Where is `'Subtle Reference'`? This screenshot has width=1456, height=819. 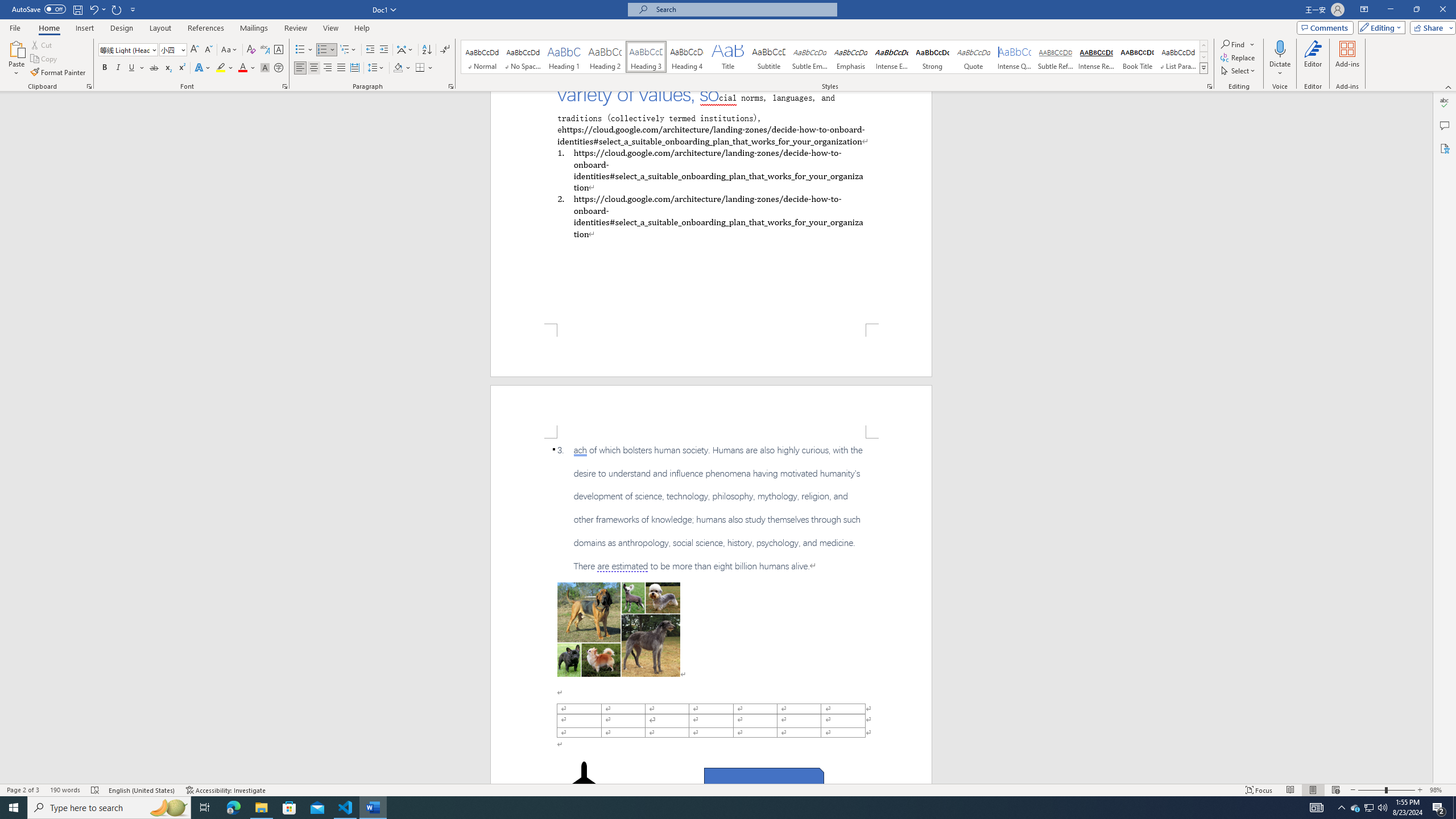 'Subtle Reference' is located at coordinates (1055, 56).